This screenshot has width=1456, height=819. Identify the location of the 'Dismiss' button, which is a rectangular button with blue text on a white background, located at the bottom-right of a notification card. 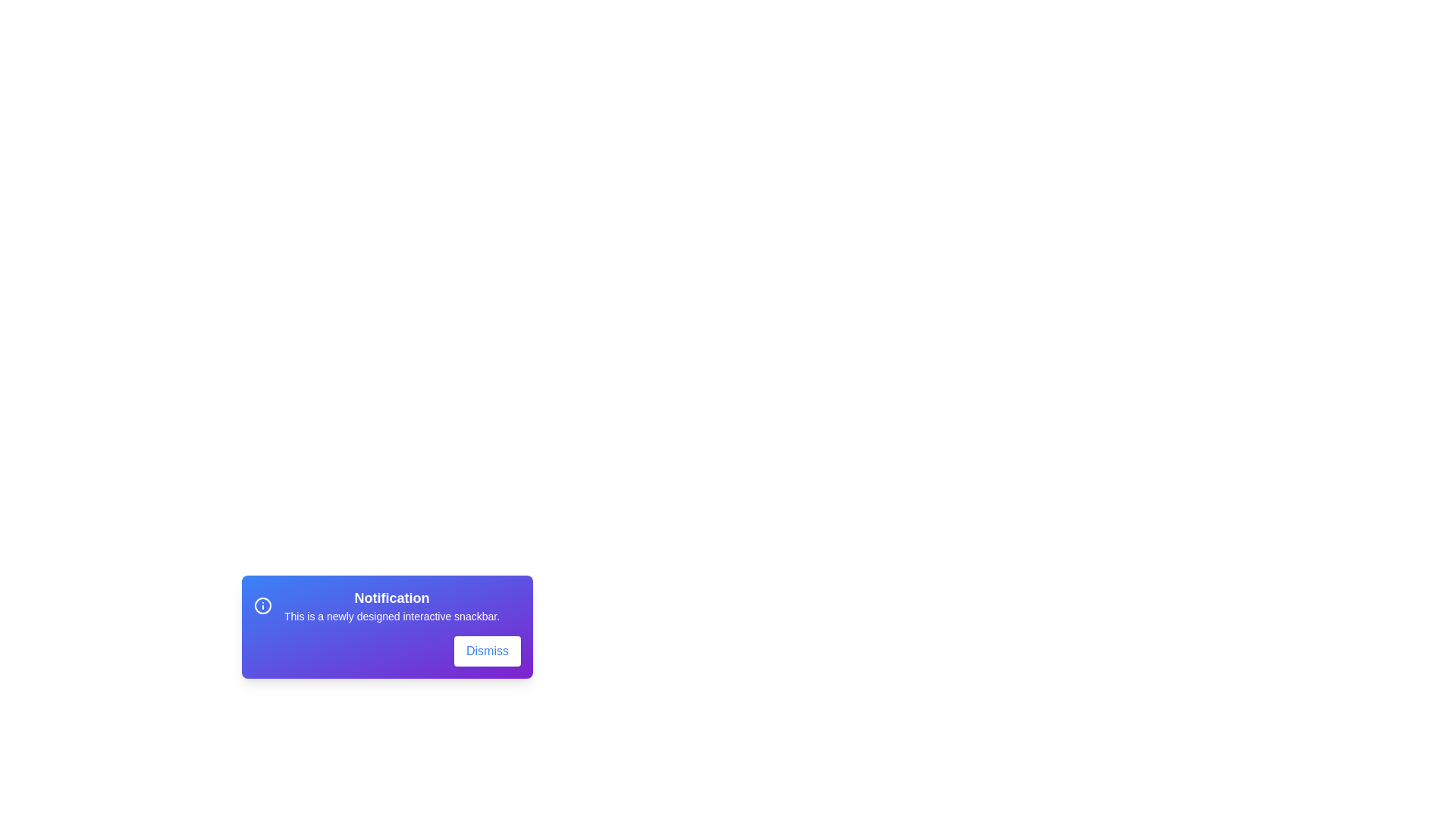
(488, 651).